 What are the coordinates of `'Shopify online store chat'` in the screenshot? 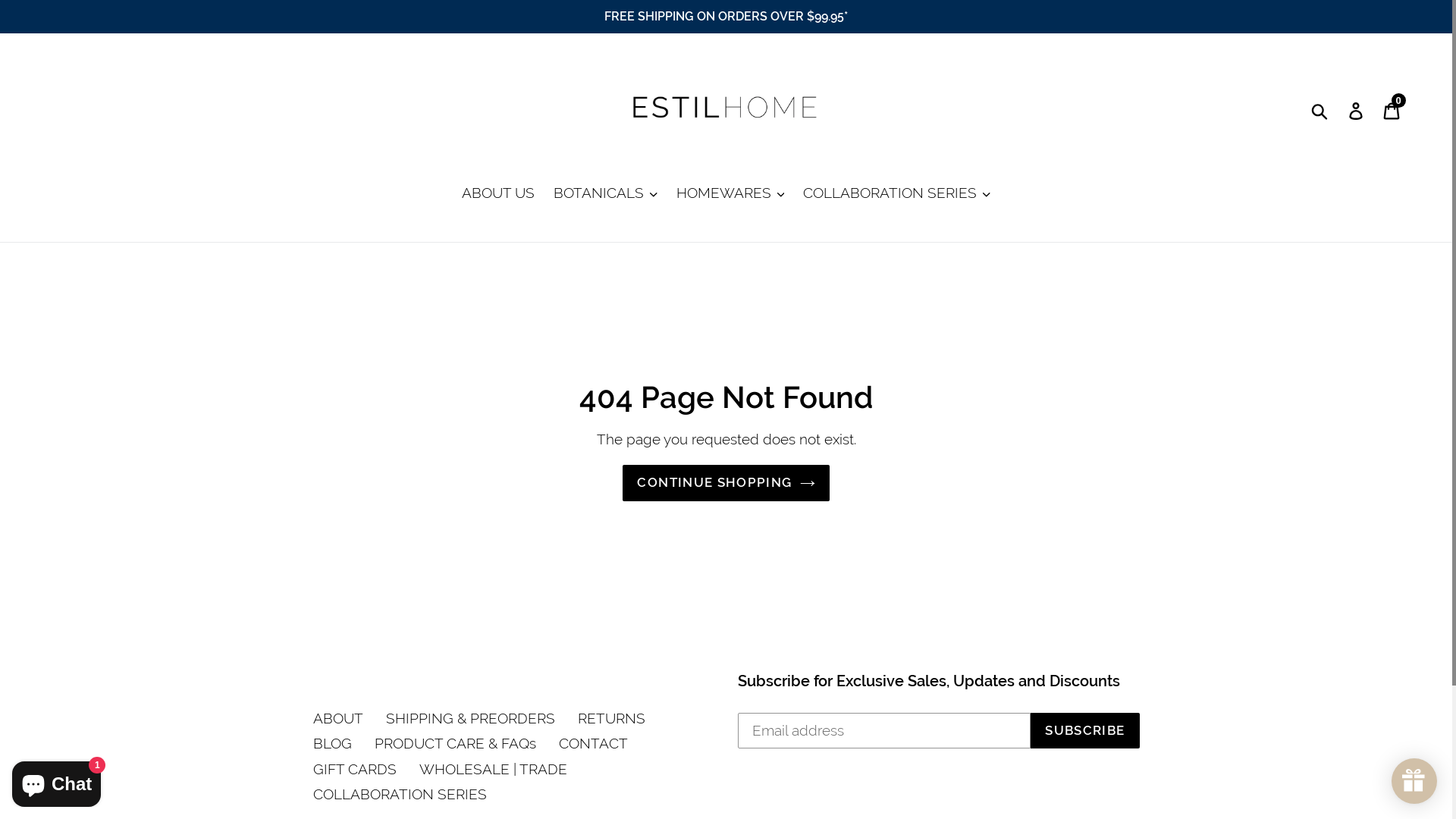 It's located at (56, 780).